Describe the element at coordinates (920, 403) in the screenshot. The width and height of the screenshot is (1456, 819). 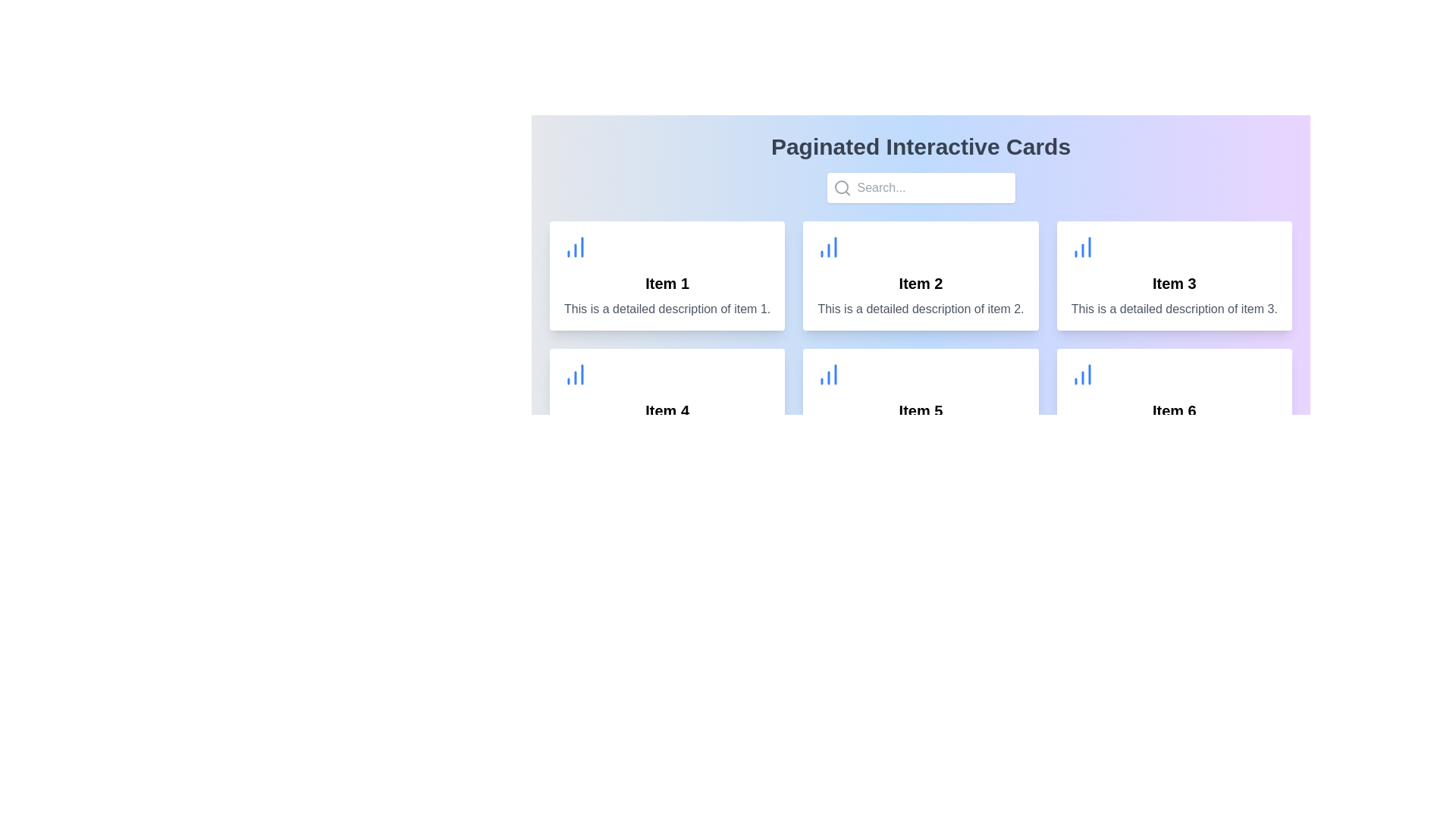
I see `the Informational Card located in the second row, second column of the grid layout, surrounded by 'Item 4' on the left and 'Item 6' on the right` at that location.